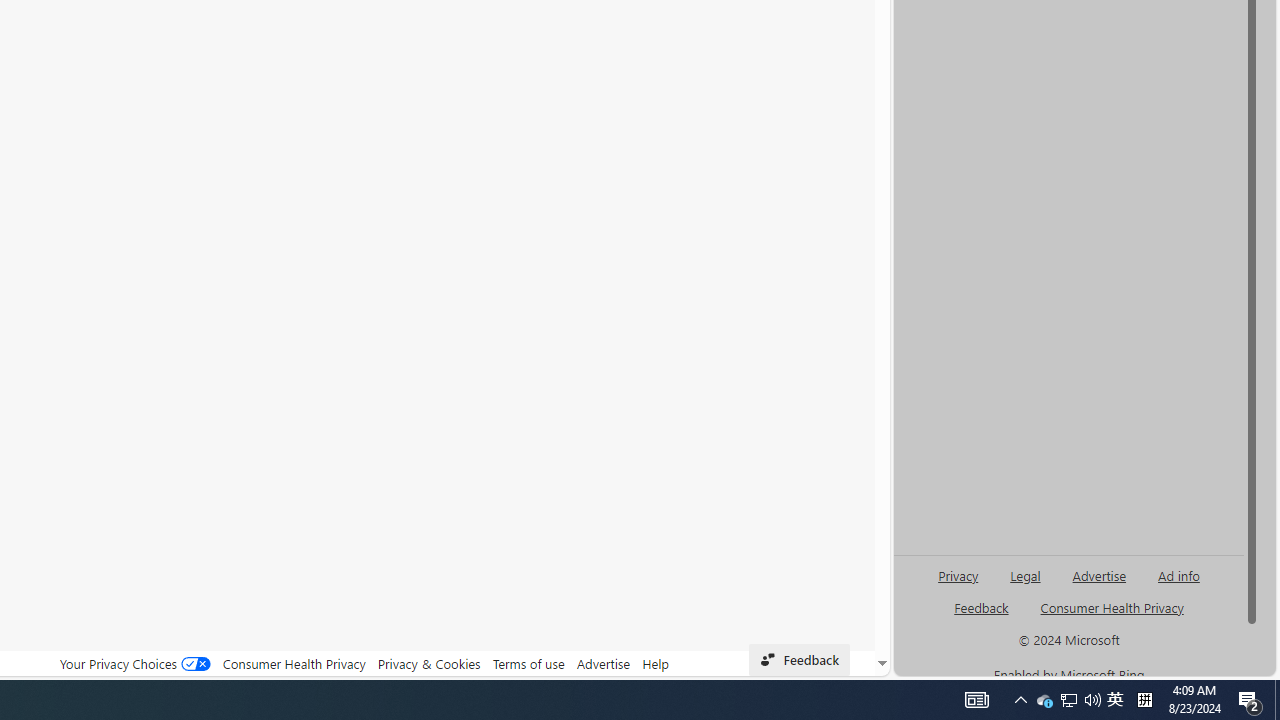 Image resolution: width=1280 pixels, height=720 pixels. What do you see at coordinates (134, 663) in the screenshot?
I see `'Your Privacy Choices'` at bounding box center [134, 663].